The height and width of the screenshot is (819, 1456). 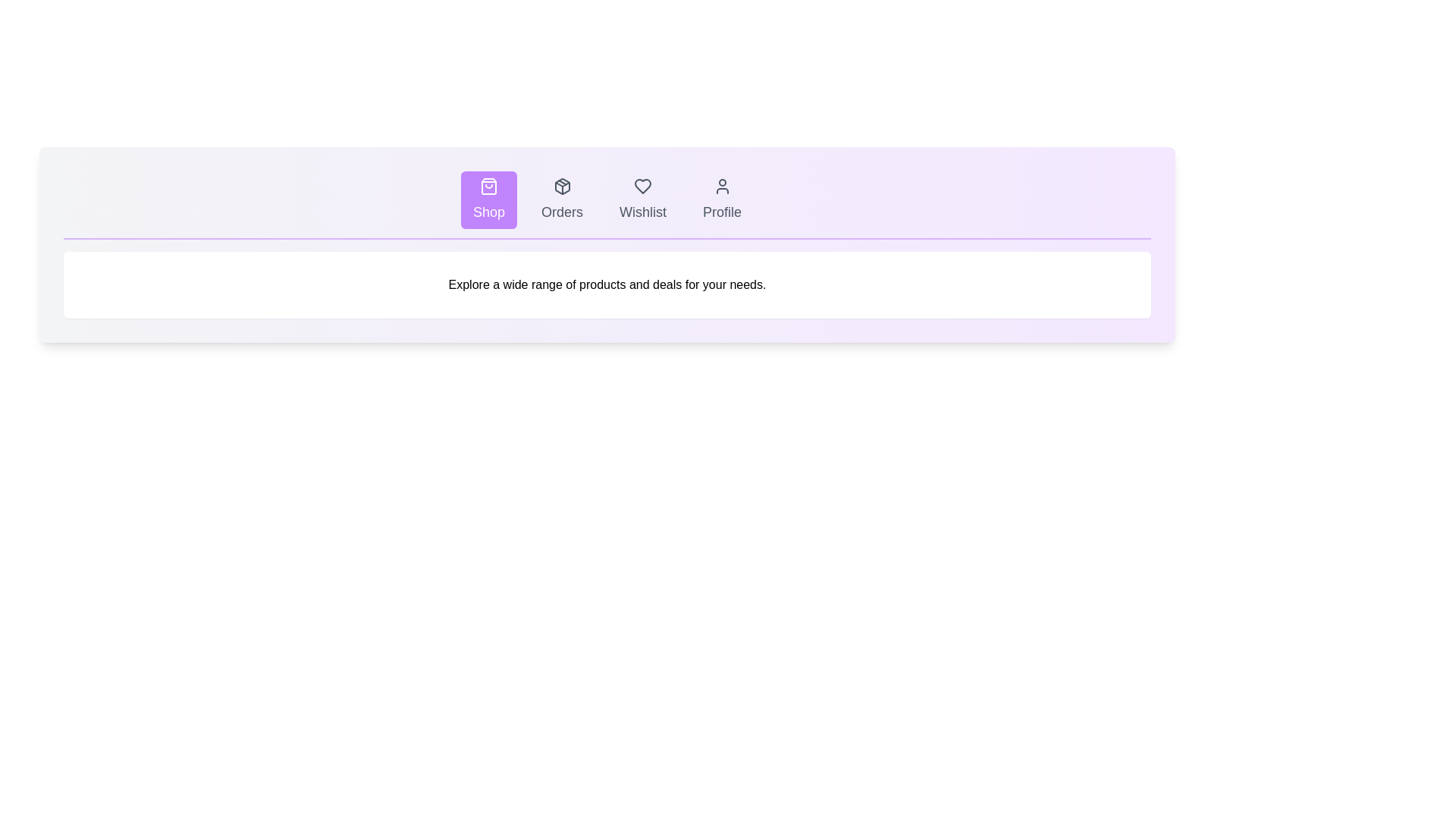 I want to click on the Orders tab to observe its hover effect, so click(x=561, y=199).